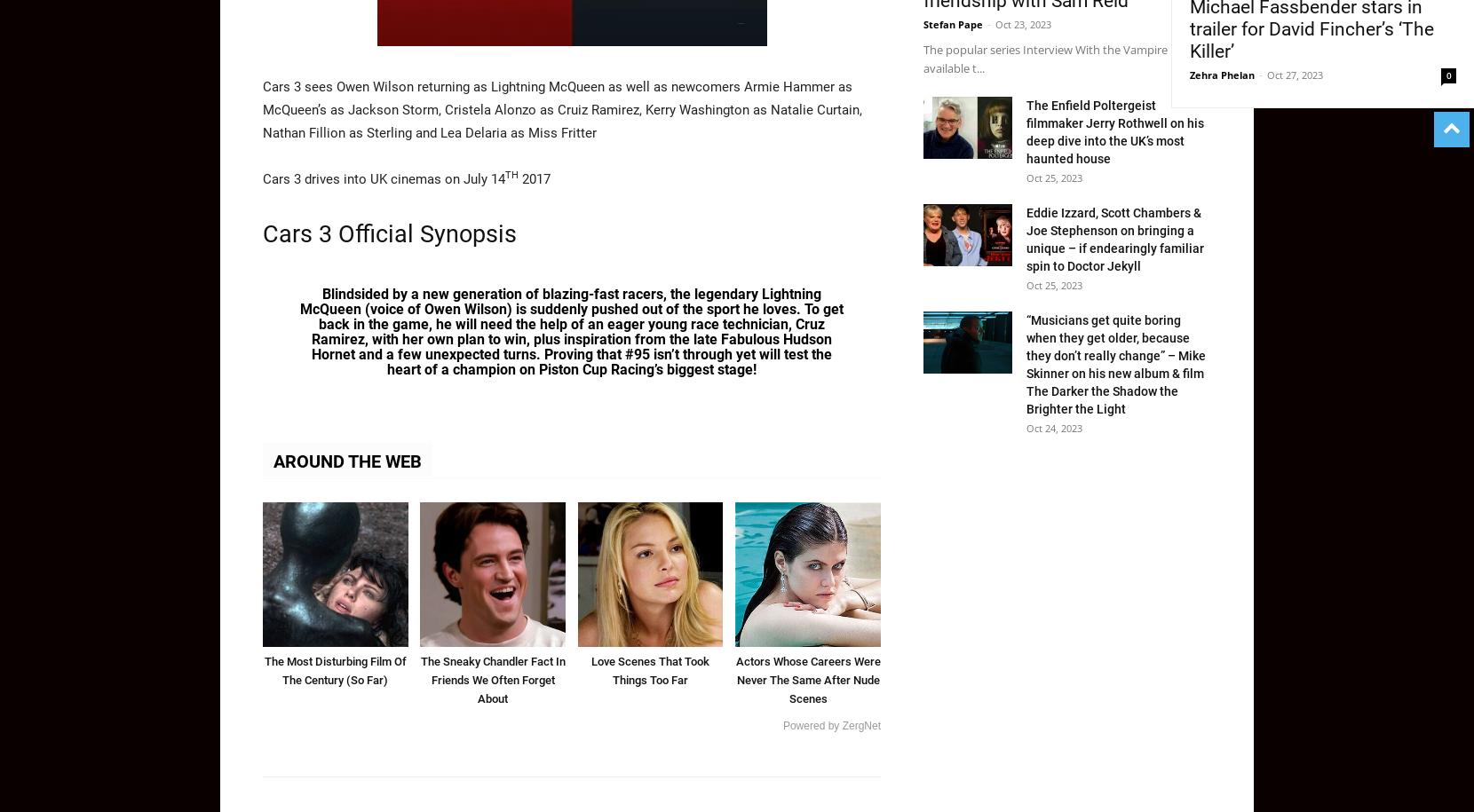  I want to click on 'Cars 3 Official Synopsis', so click(261, 233).